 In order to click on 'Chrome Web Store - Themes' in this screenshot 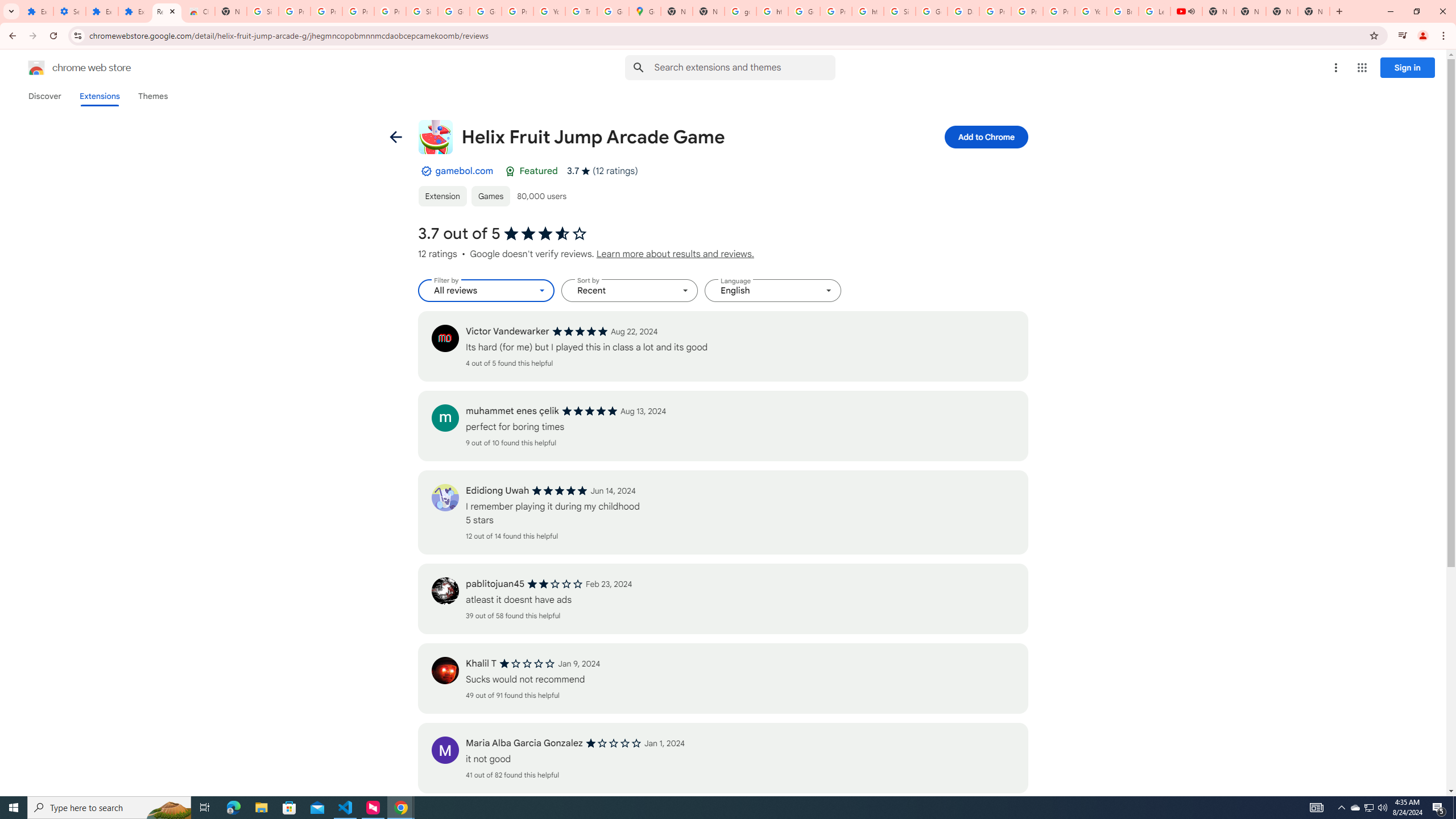, I will do `click(198, 11)`.